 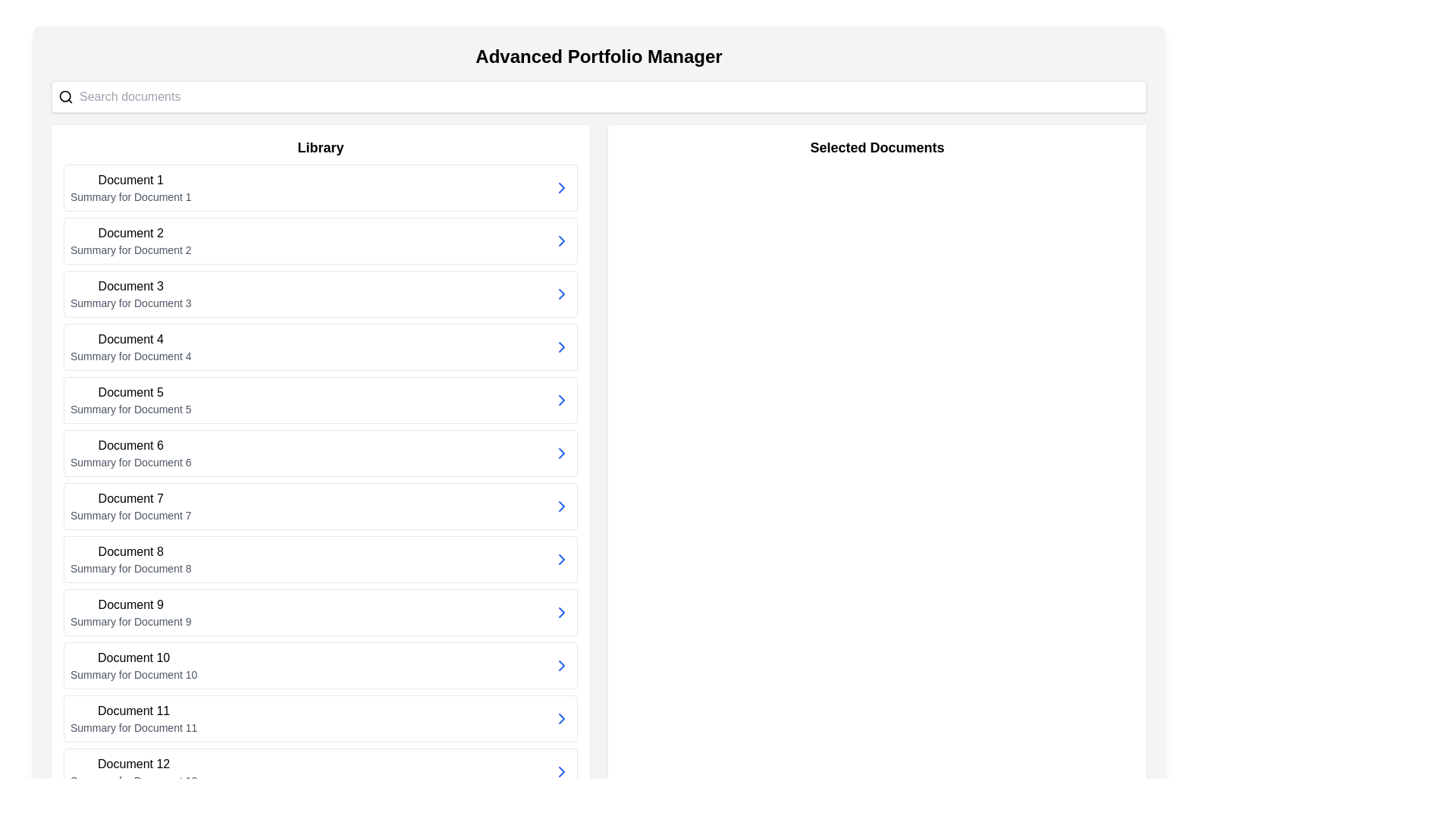 What do you see at coordinates (133, 718) in the screenshot?
I see `the static text label representing 'Document 11' which identifies the document and provides a description` at bounding box center [133, 718].